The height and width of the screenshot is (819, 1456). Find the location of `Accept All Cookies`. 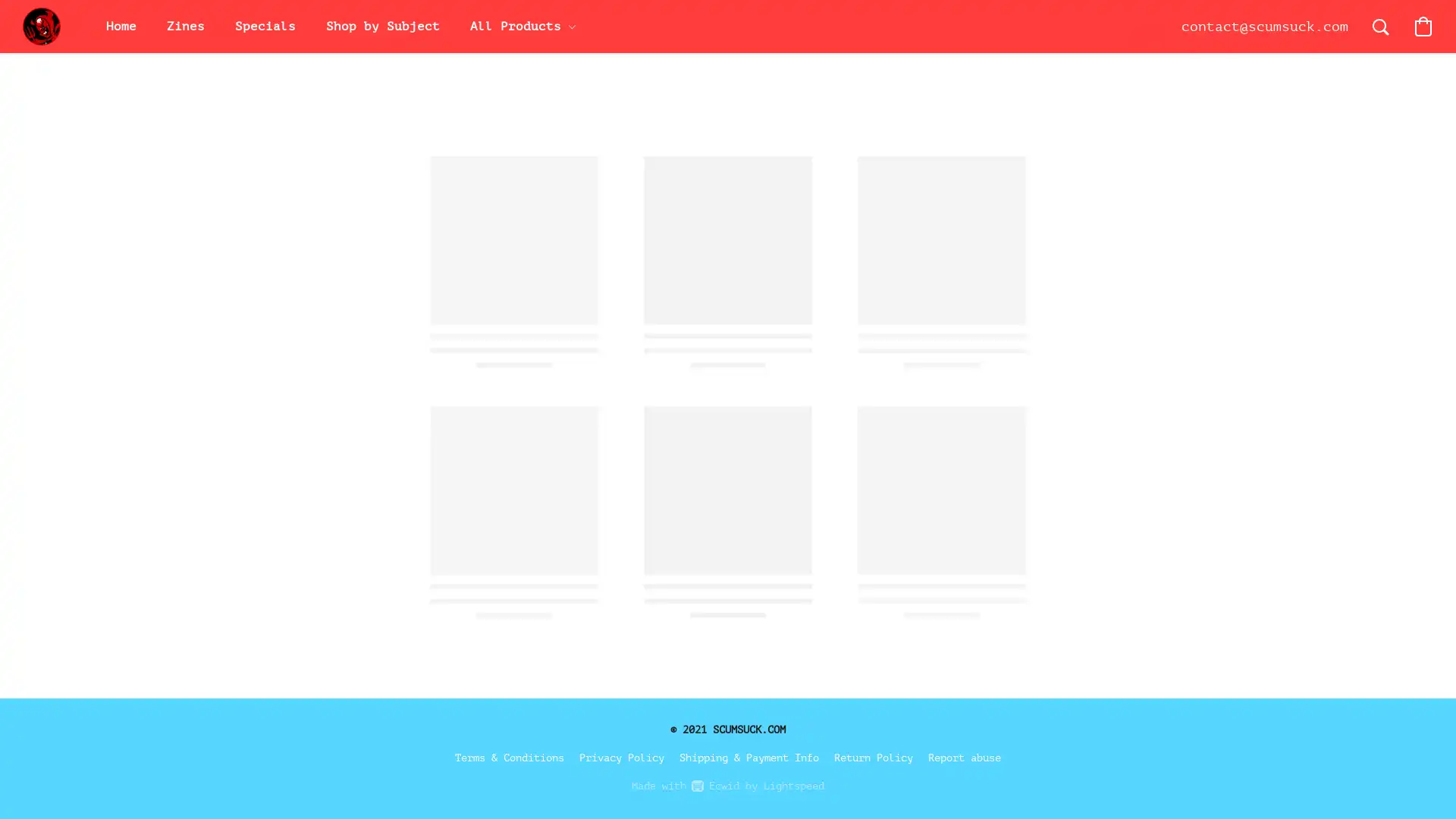

Accept All Cookies is located at coordinates (1241, 503).